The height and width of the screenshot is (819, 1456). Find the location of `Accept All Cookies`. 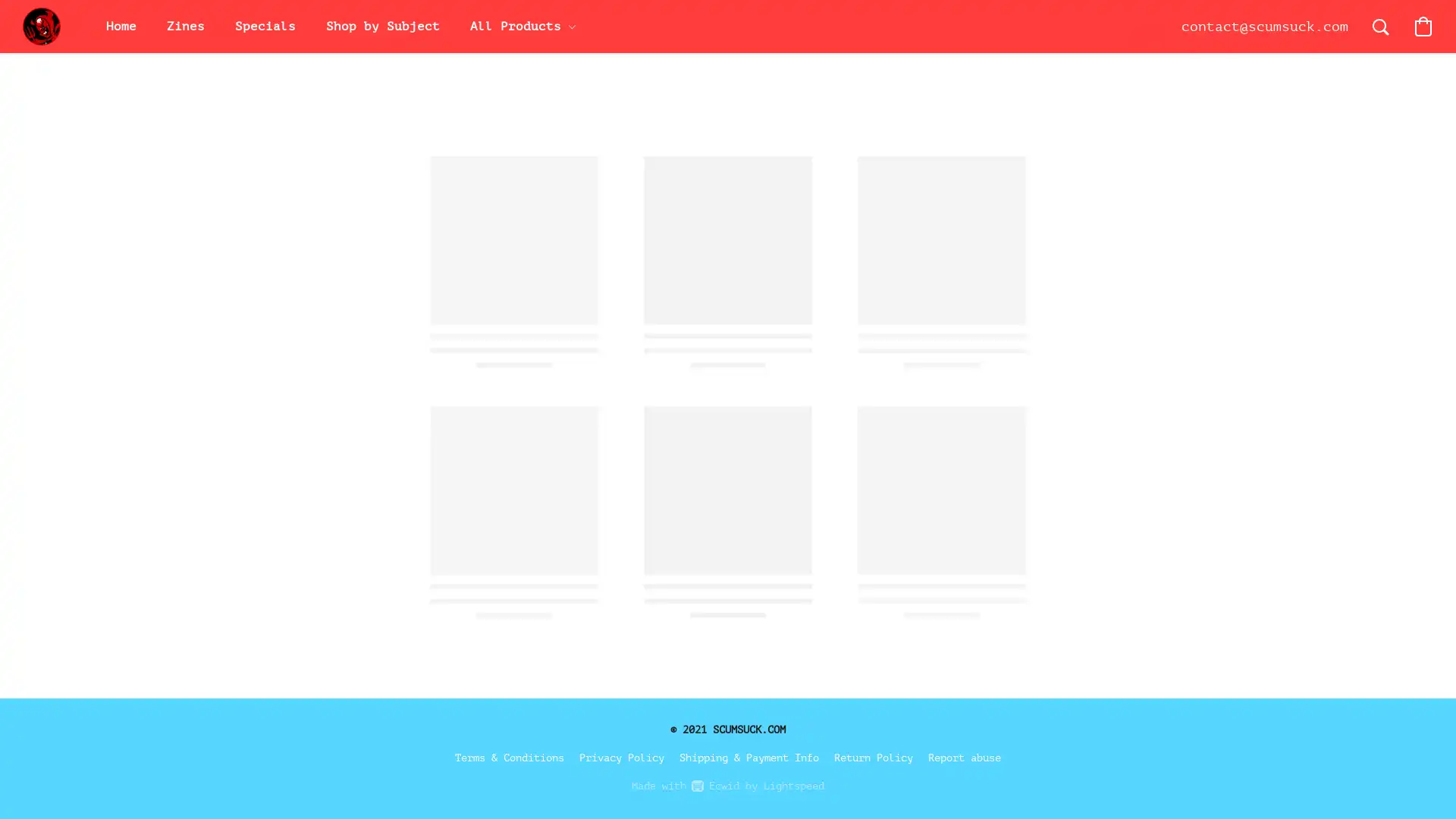

Accept All Cookies is located at coordinates (1241, 503).